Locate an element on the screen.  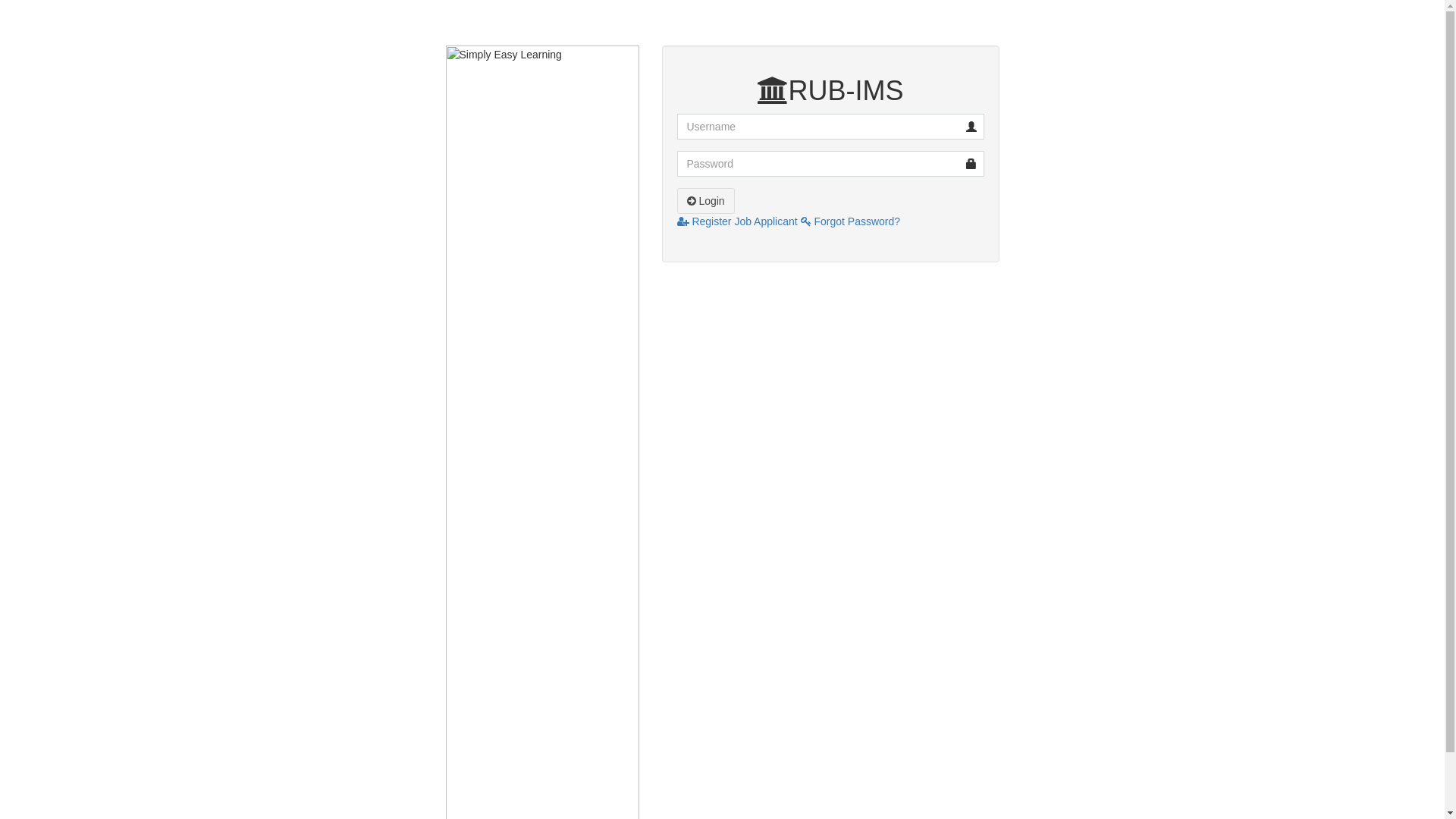
'Login' is located at coordinates (676, 200).